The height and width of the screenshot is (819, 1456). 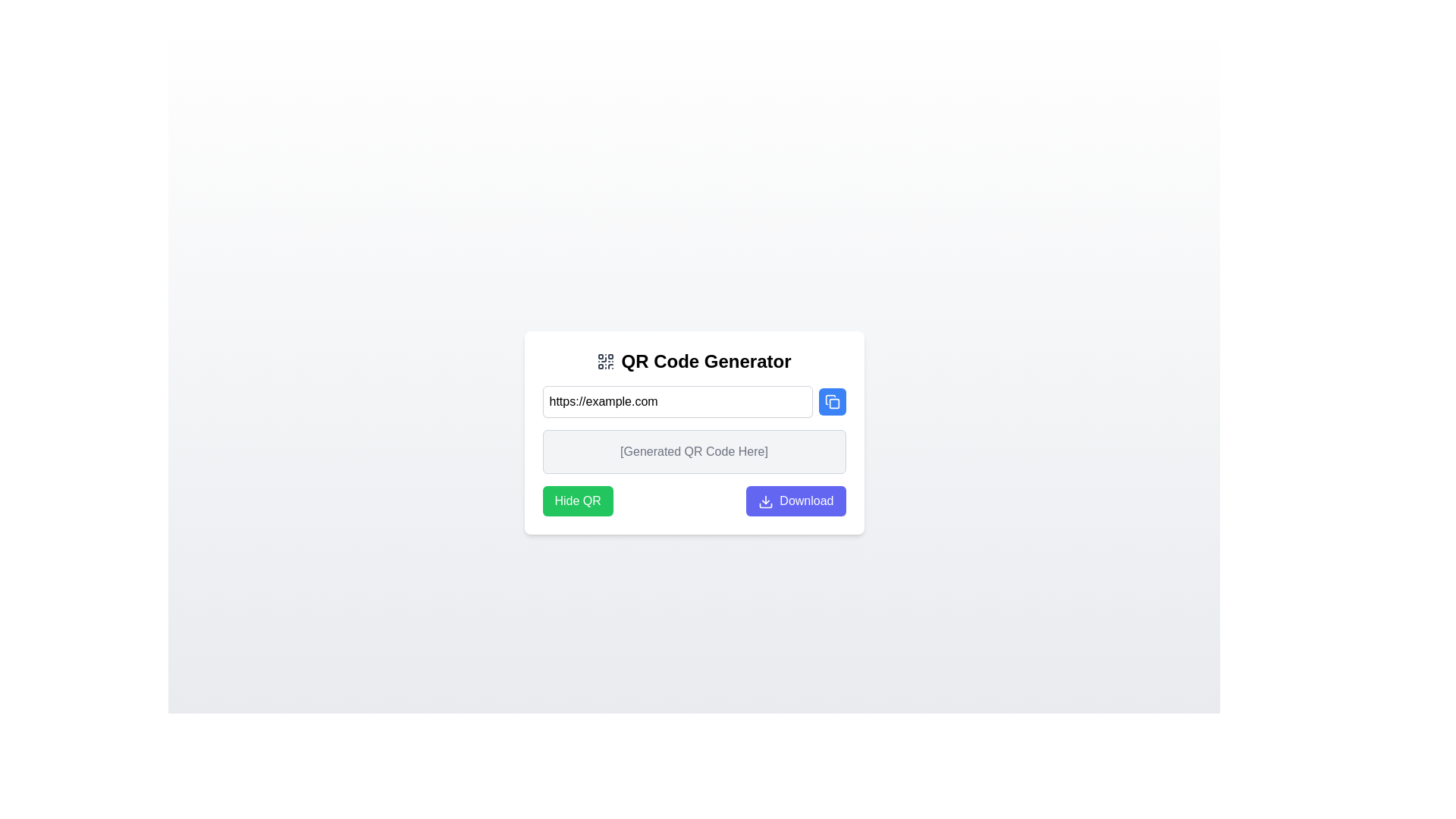 I want to click on the text label that indicates where the generated QR code will appear, which is positioned below the input field and above the 'Hide QR' and 'Download' buttons, so click(x=693, y=451).